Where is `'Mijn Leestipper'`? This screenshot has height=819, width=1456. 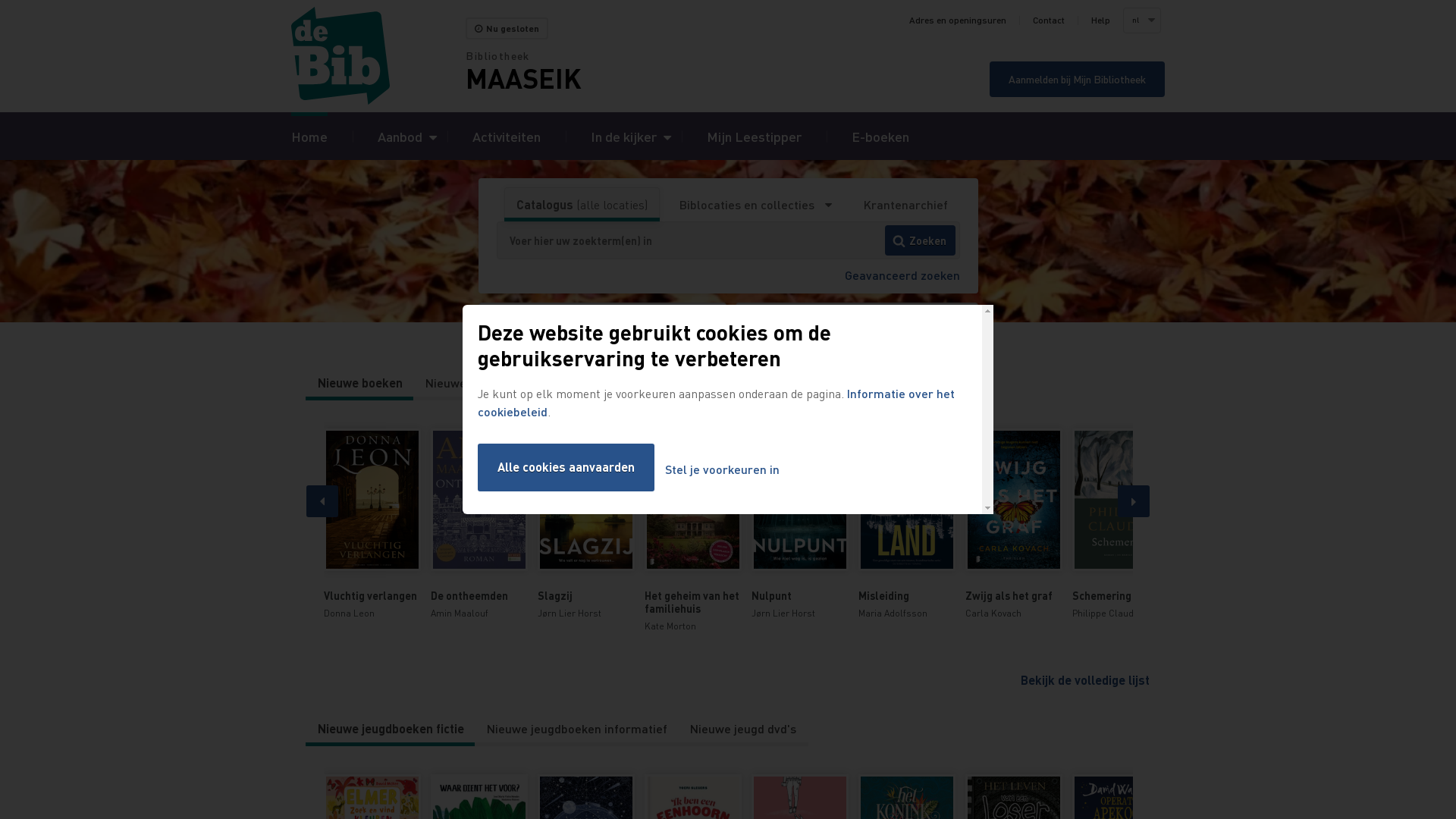 'Mijn Leestipper' is located at coordinates (754, 135).